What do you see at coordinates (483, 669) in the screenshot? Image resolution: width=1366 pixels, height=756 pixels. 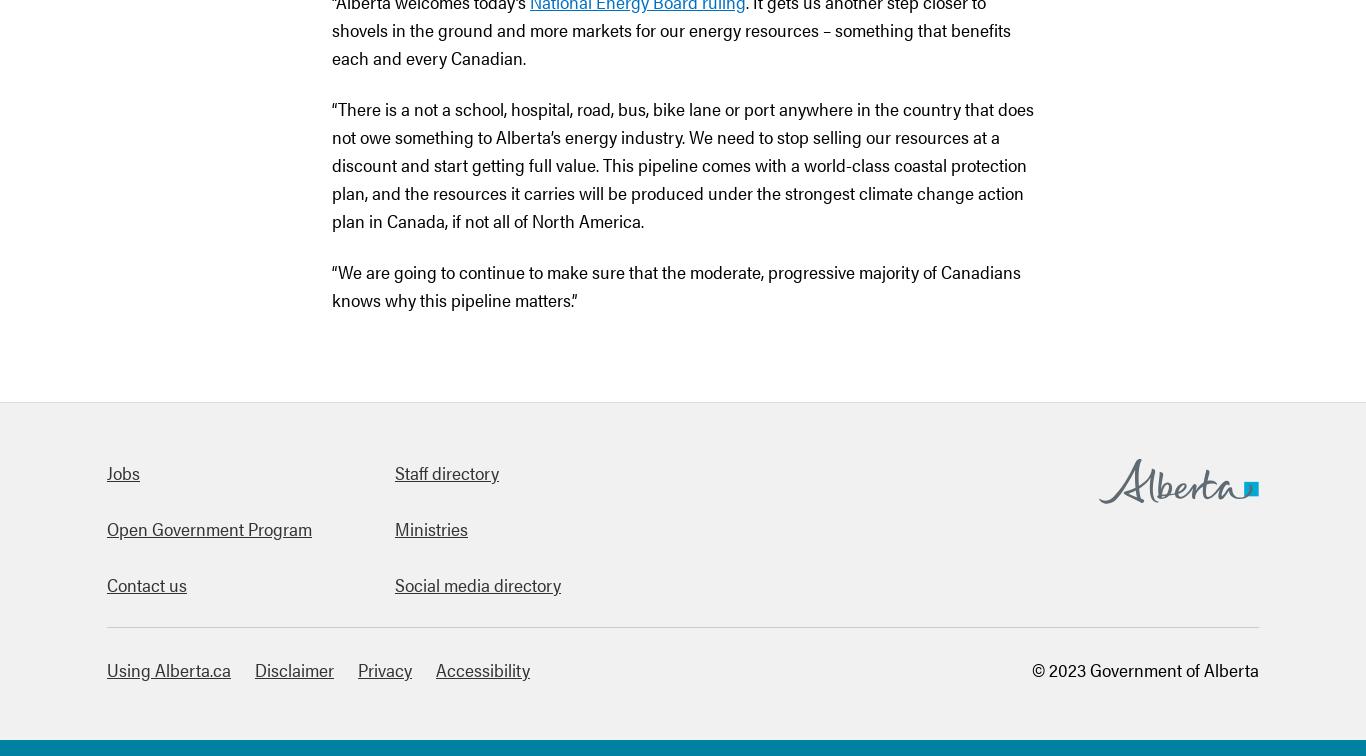 I see `'Accessibility'` at bounding box center [483, 669].